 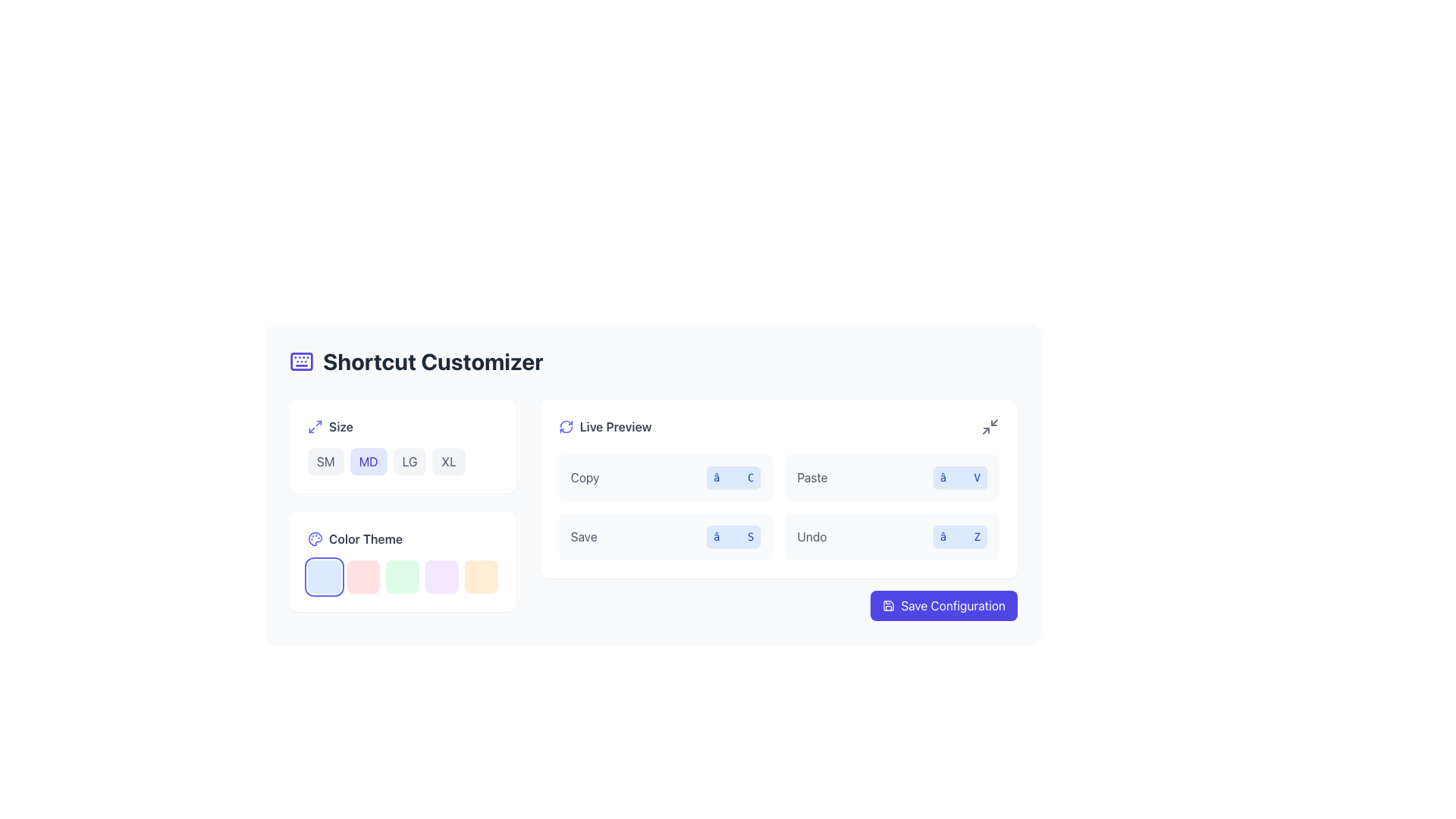 I want to click on the second square-shaped red button with a rounded border in the 'Color Theme' section, so click(x=362, y=576).